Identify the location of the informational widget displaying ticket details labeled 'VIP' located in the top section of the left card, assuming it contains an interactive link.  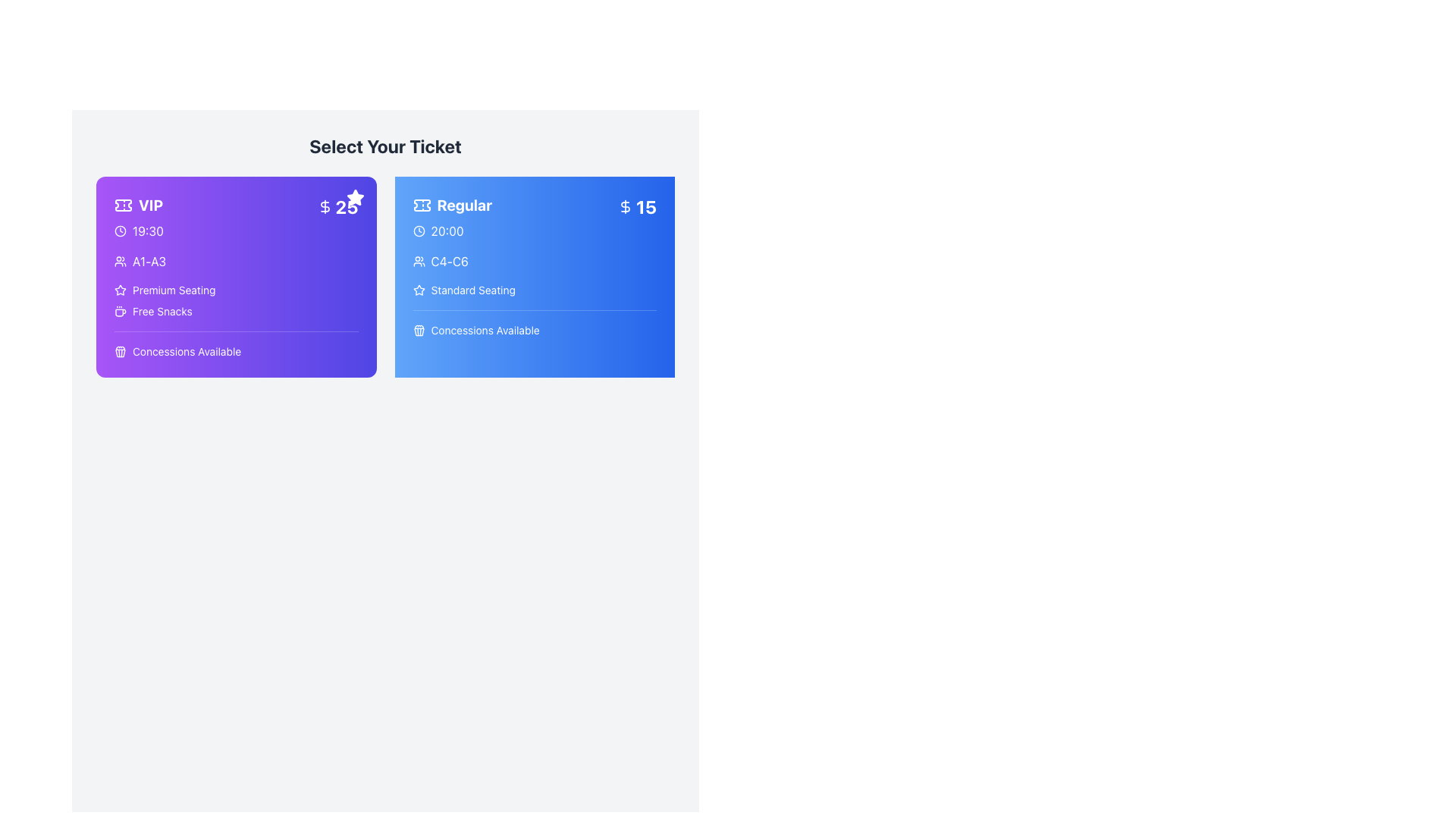
(235, 217).